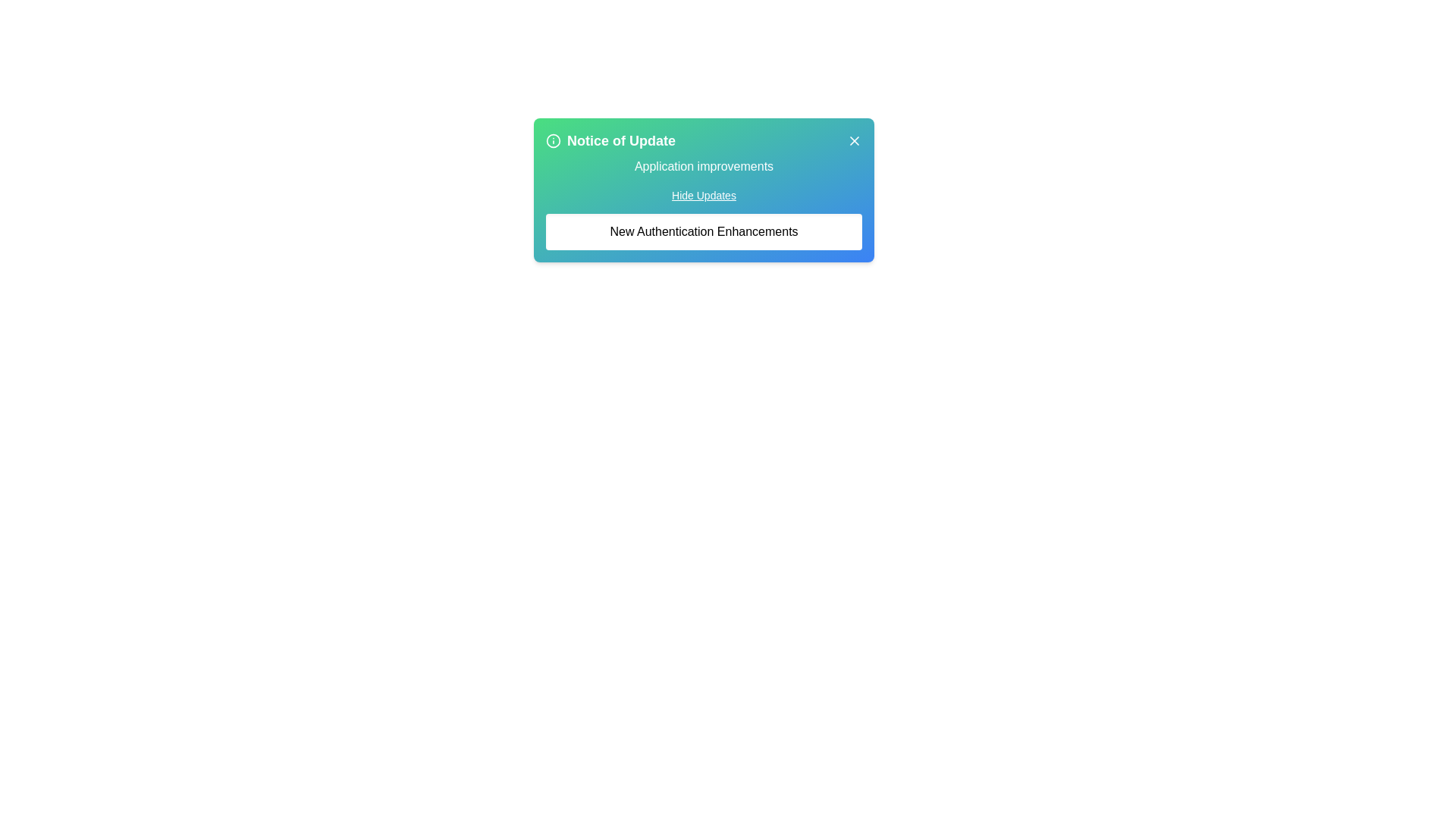  I want to click on 'Hide Updates' button to toggle the visibility of the detailed updates, so click(702, 195).